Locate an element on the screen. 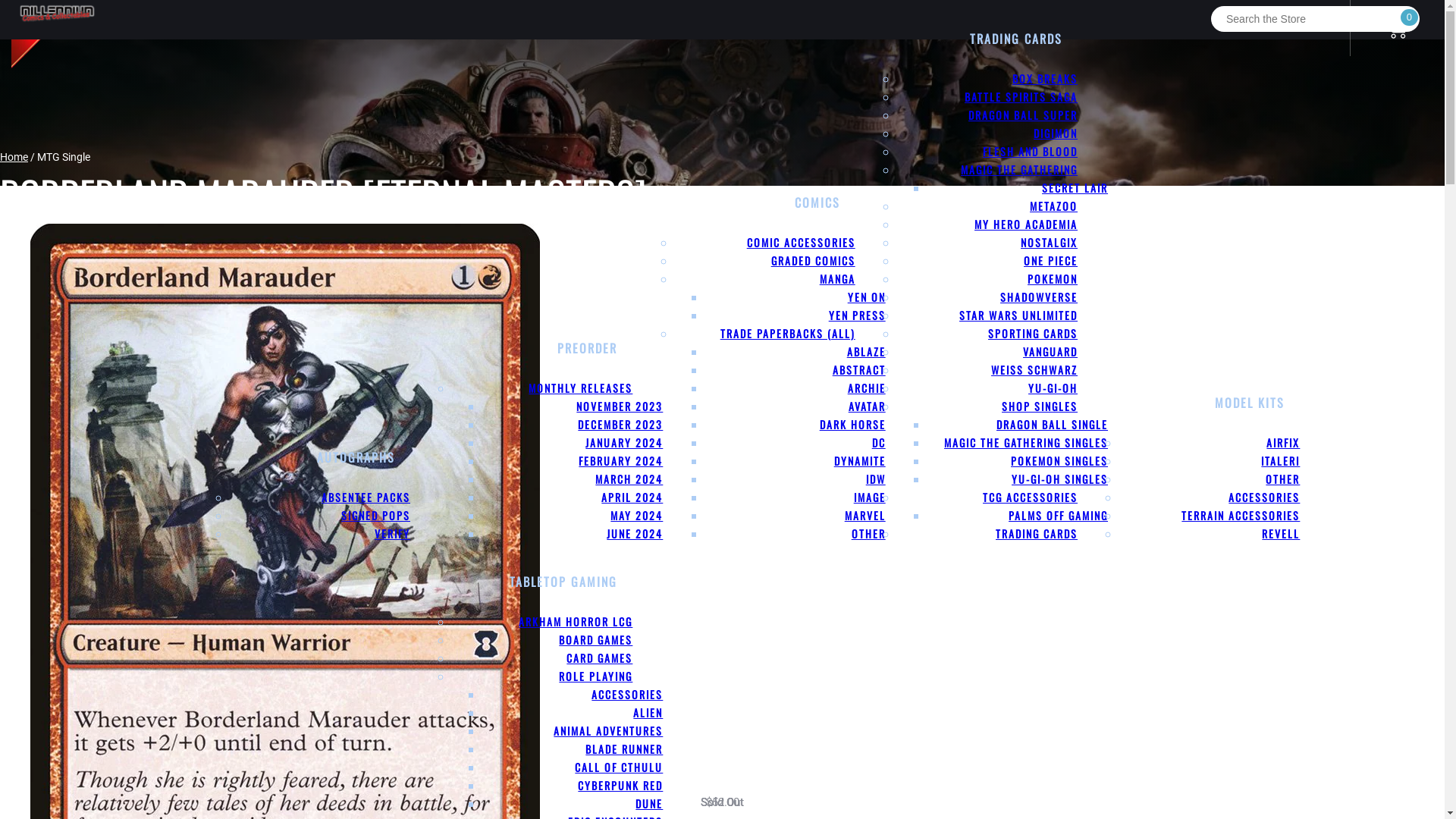 The image size is (1456, 819). 'MANGA' is located at coordinates (836, 278).